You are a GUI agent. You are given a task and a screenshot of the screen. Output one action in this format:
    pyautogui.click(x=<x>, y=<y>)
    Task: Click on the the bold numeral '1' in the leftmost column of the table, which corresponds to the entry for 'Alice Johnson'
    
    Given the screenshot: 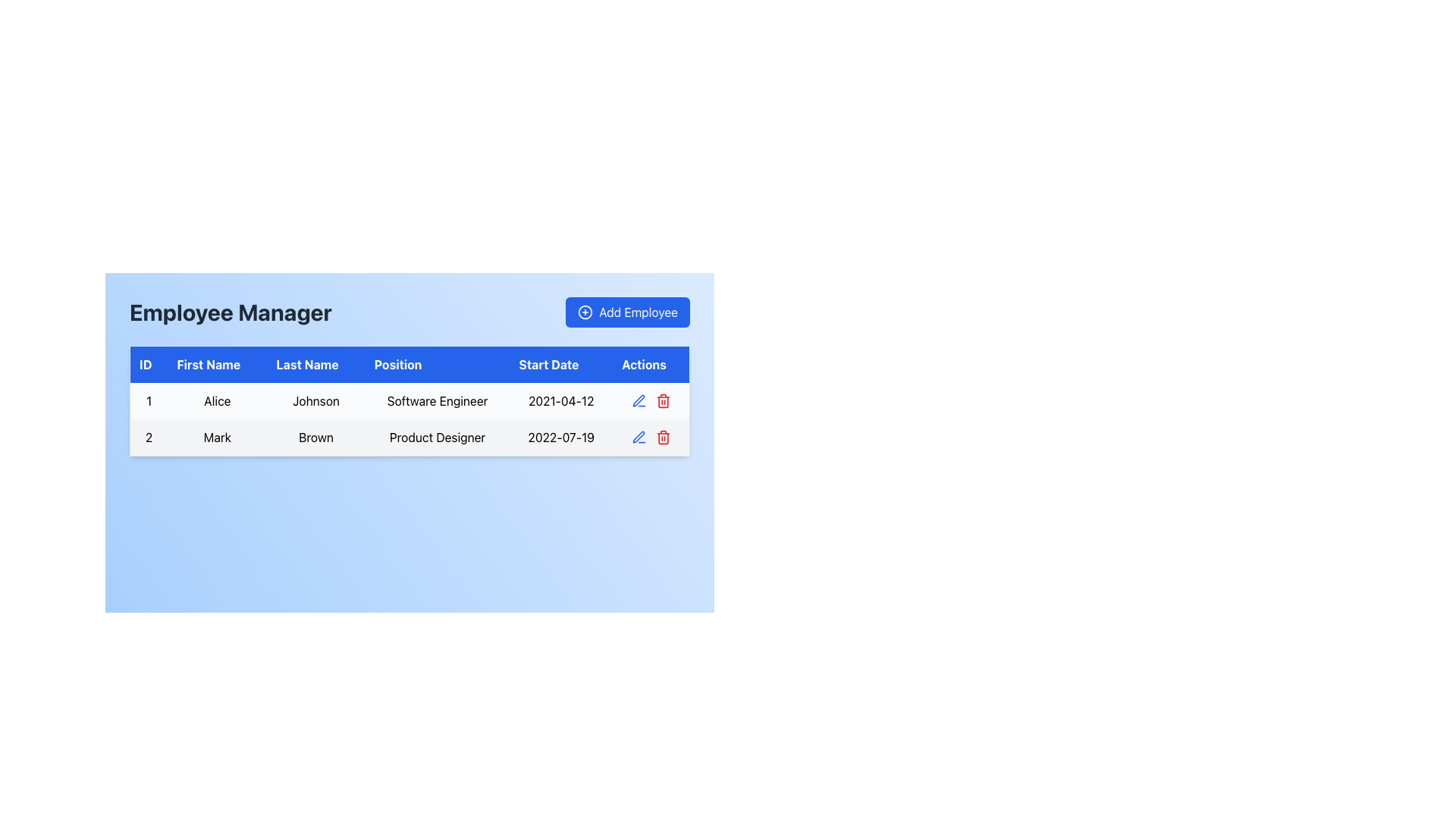 What is the action you would take?
    pyautogui.click(x=149, y=400)
    